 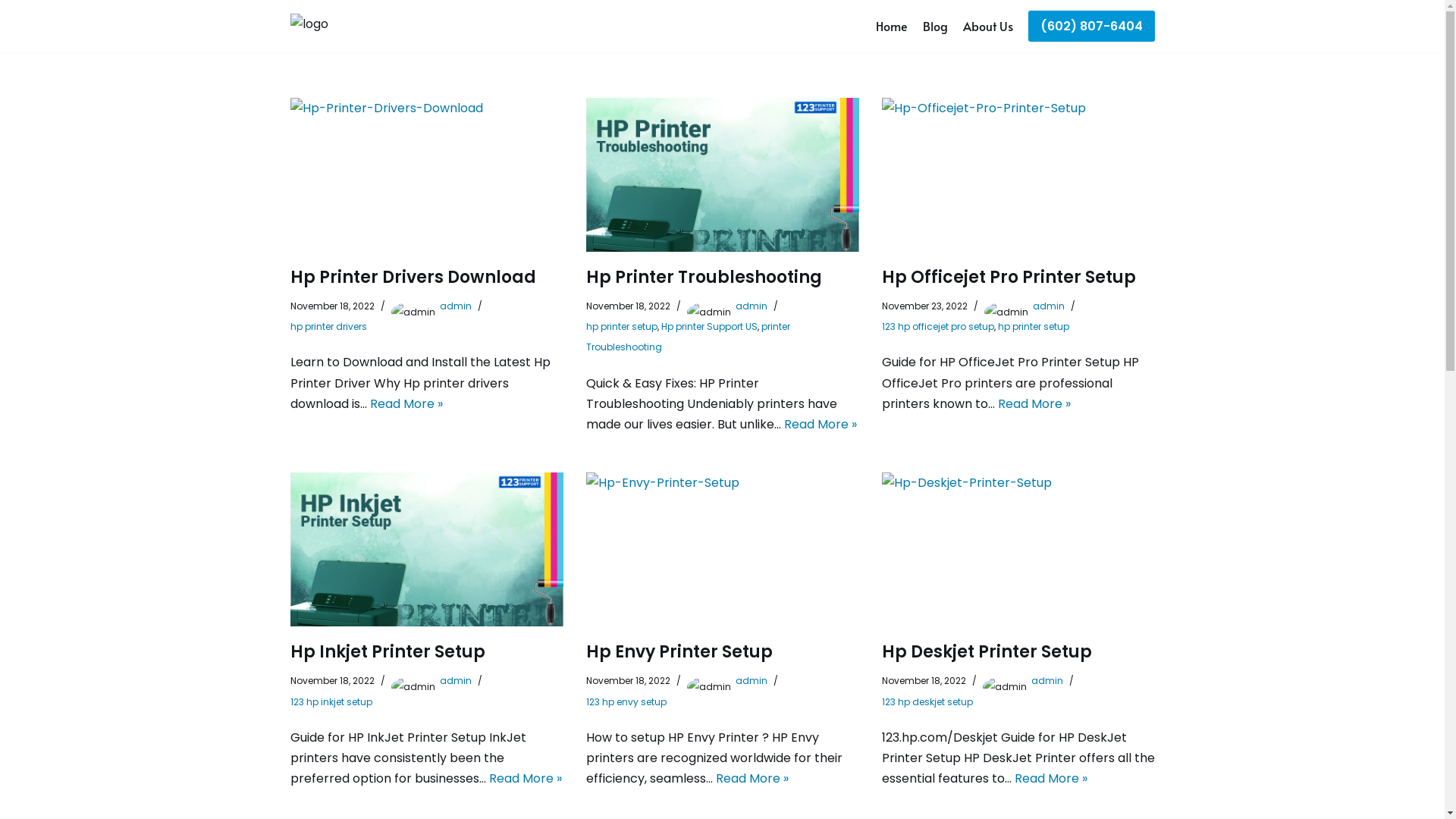 I want to click on 'Skip to content', so click(x=0, y=32).